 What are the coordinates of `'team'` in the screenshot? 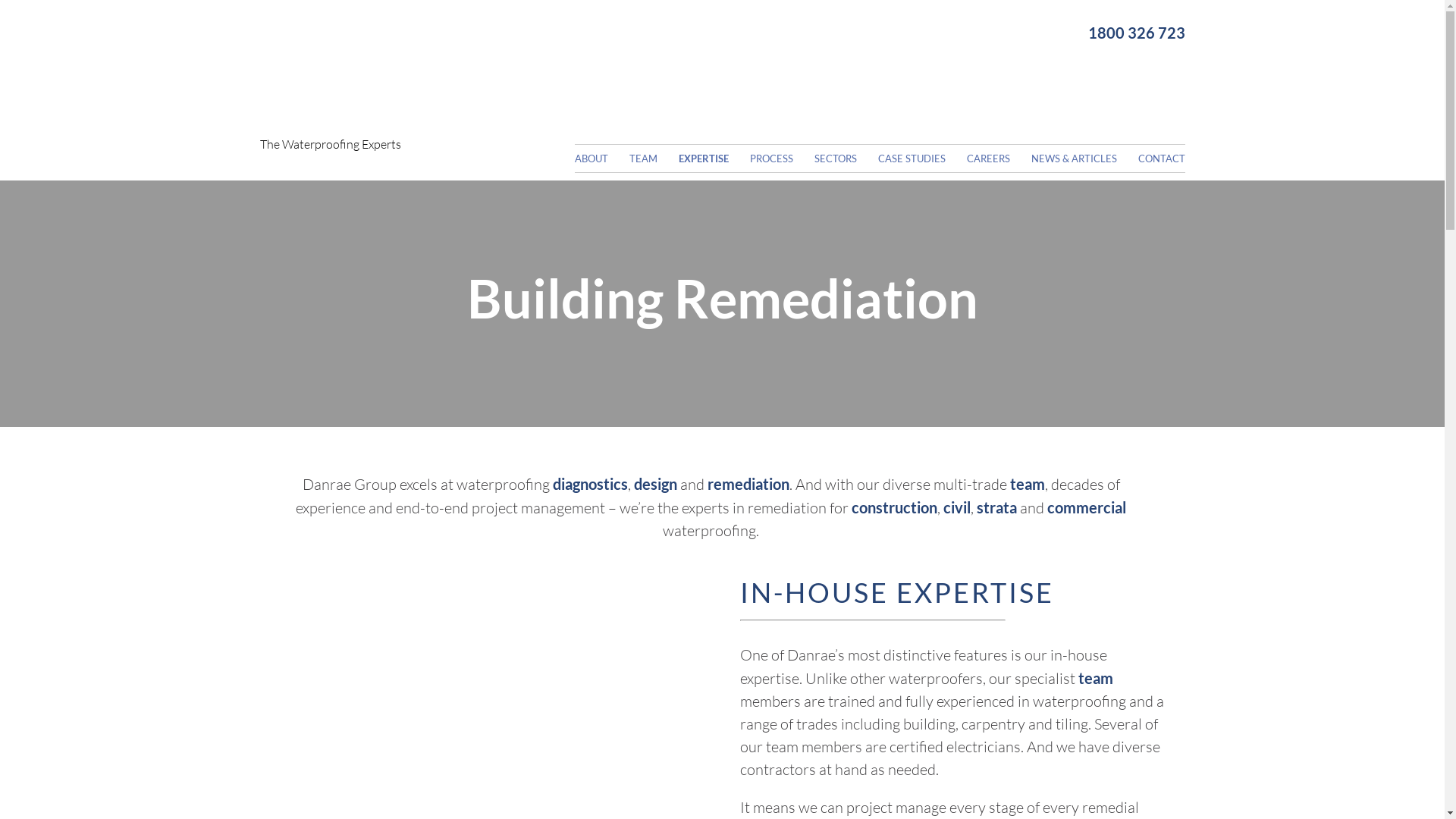 It's located at (1027, 483).